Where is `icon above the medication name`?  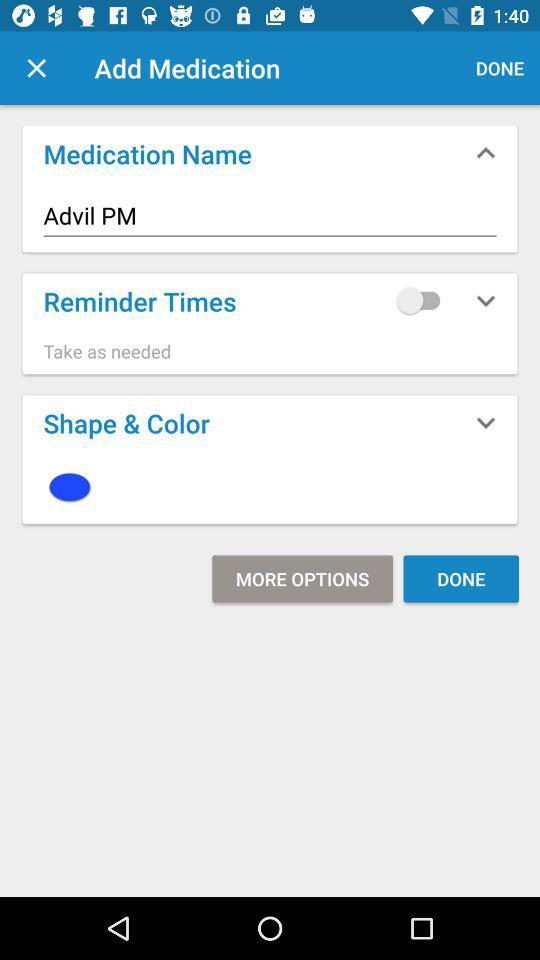
icon above the medication name is located at coordinates (36, 68).